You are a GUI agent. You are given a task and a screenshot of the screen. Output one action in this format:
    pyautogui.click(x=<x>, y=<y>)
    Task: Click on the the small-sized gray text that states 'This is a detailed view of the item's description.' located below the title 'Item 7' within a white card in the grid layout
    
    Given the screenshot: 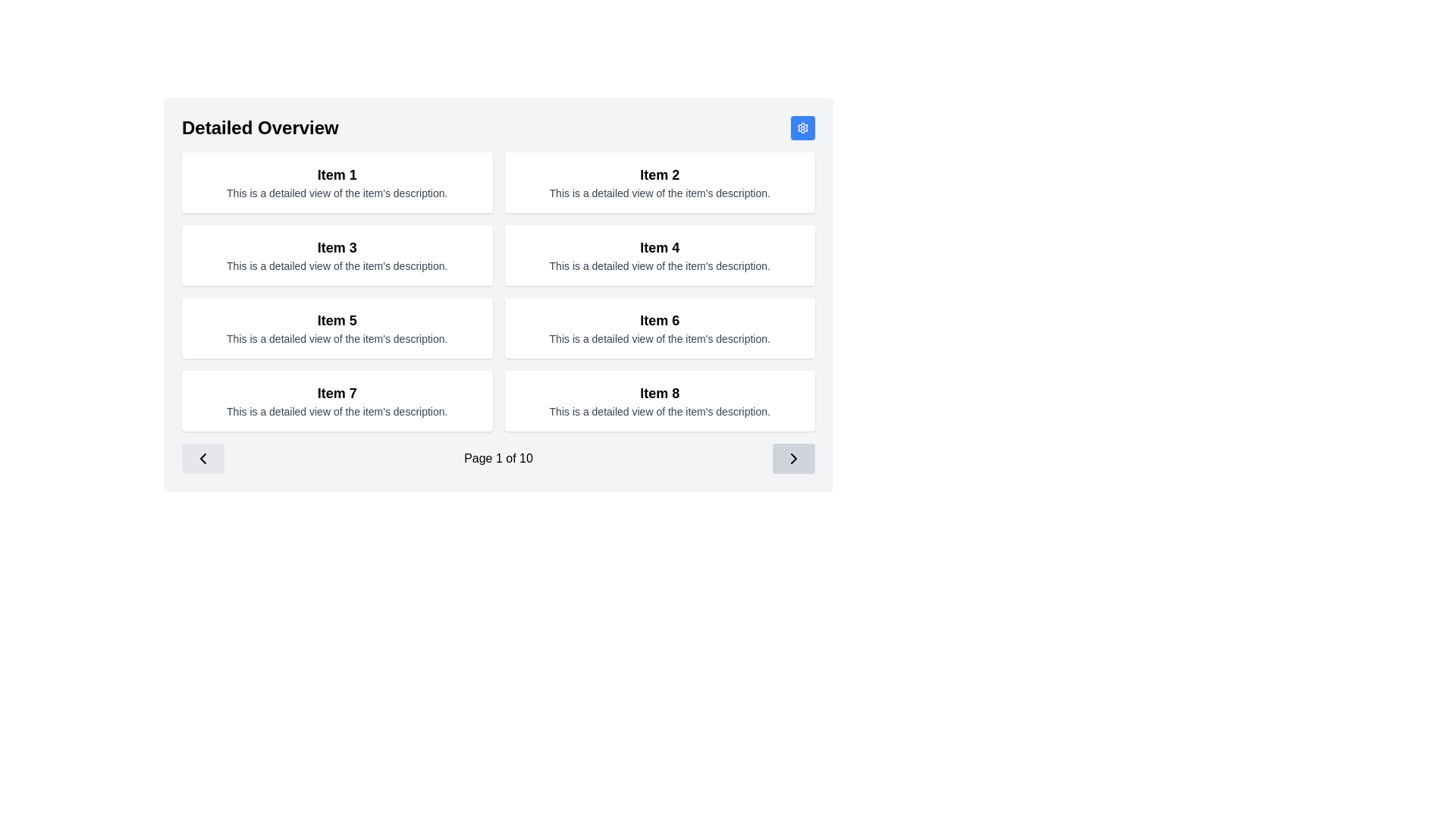 What is the action you would take?
    pyautogui.click(x=336, y=412)
    